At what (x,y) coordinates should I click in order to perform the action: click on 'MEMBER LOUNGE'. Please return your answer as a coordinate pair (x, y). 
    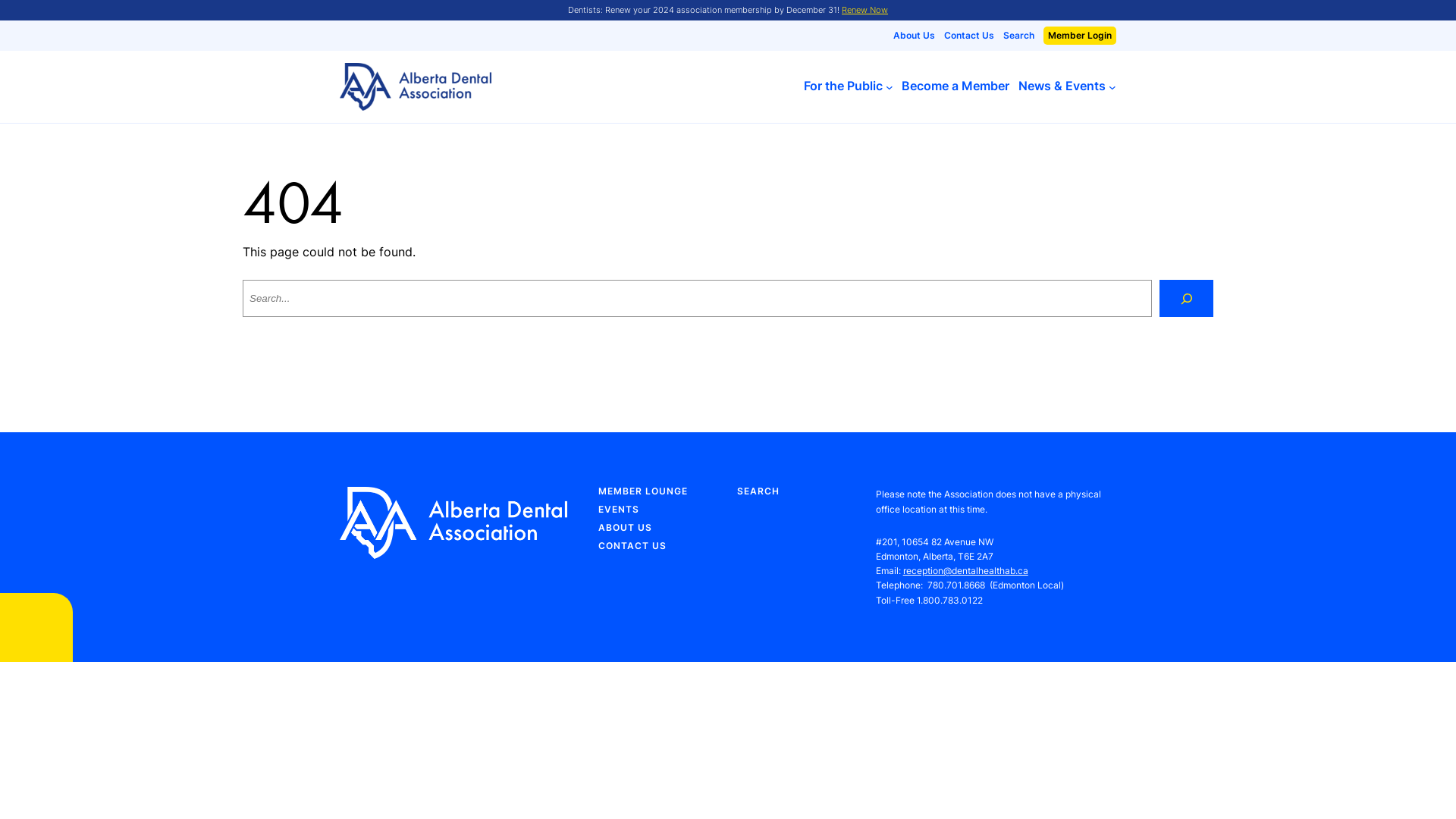
    Looking at the image, I should click on (643, 491).